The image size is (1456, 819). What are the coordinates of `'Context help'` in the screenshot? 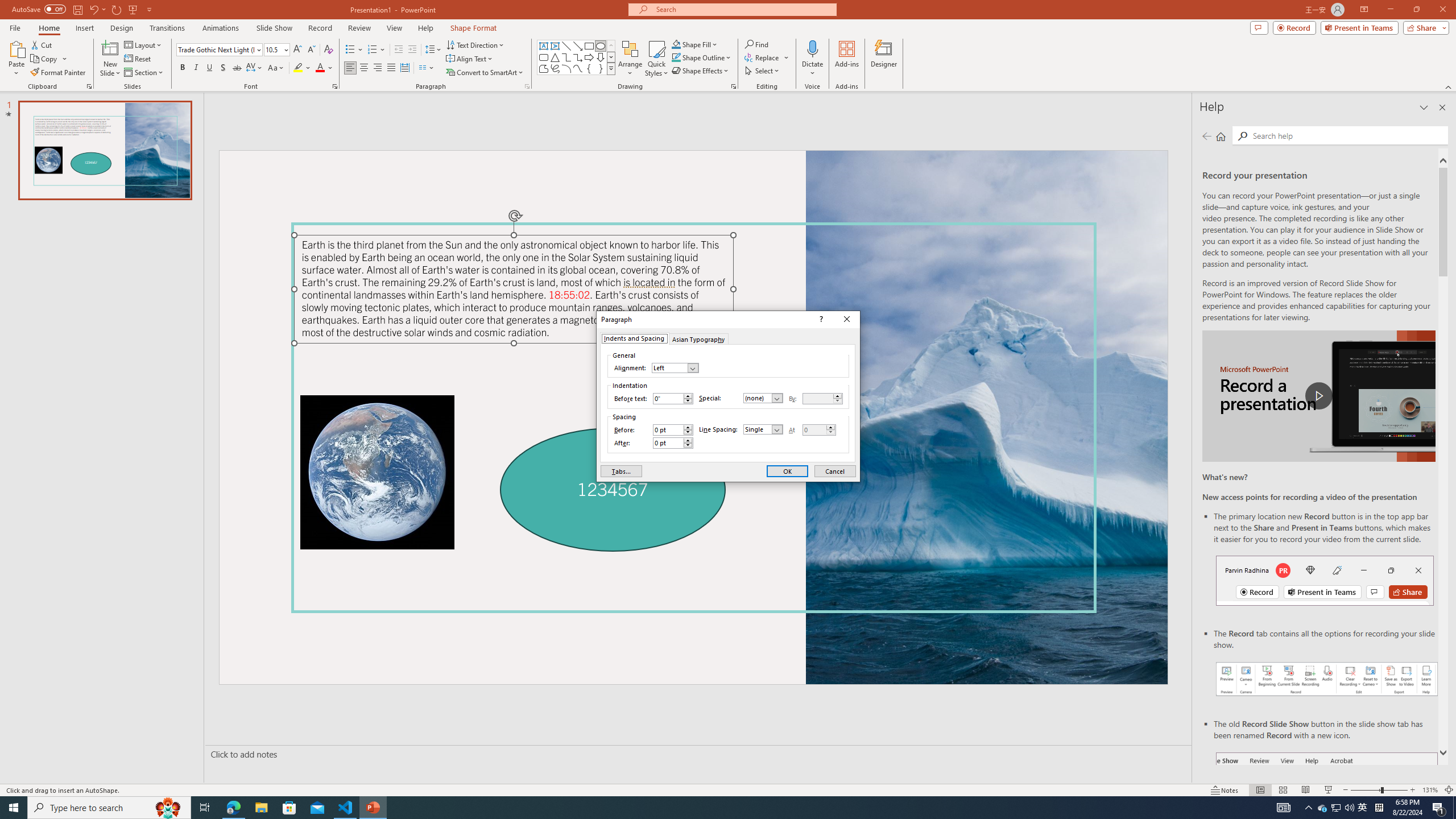 It's located at (820, 320).